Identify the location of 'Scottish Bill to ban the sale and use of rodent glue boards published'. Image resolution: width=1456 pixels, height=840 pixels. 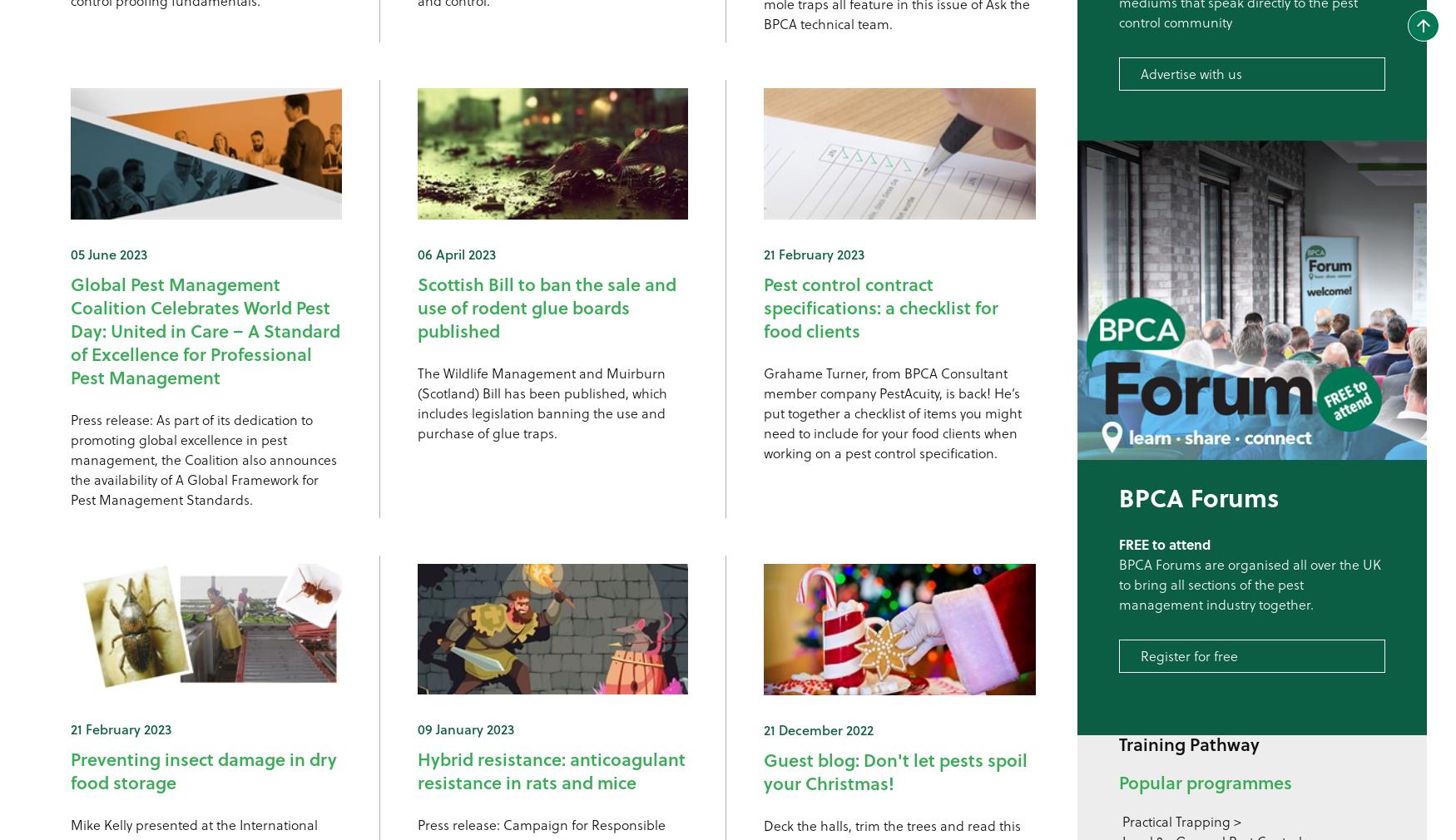
(545, 306).